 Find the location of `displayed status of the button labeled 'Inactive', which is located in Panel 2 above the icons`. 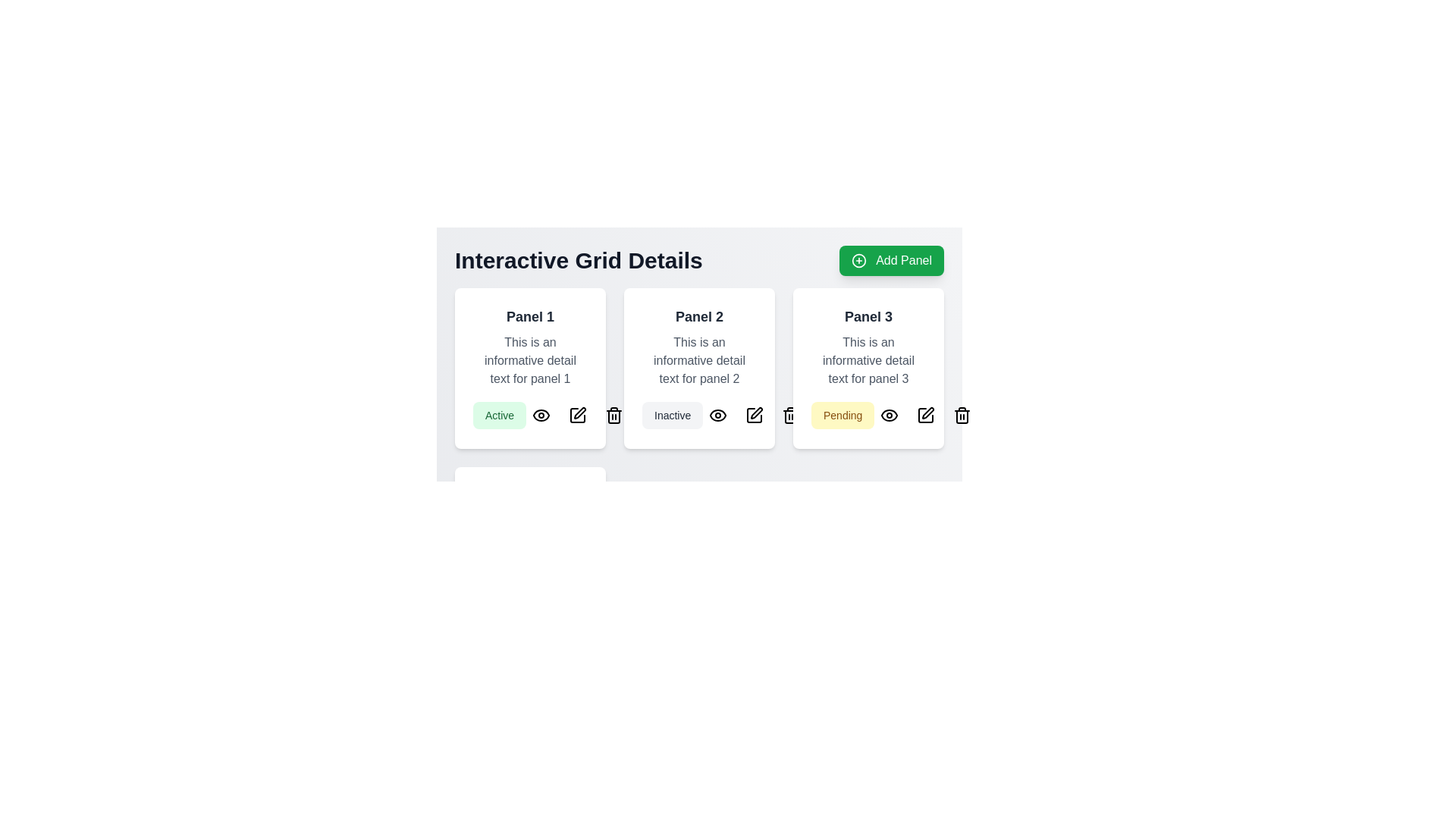

displayed status of the button labeled 'Inactive', which is located in Panel 2 above the icons is located at coordinates (698, 415).